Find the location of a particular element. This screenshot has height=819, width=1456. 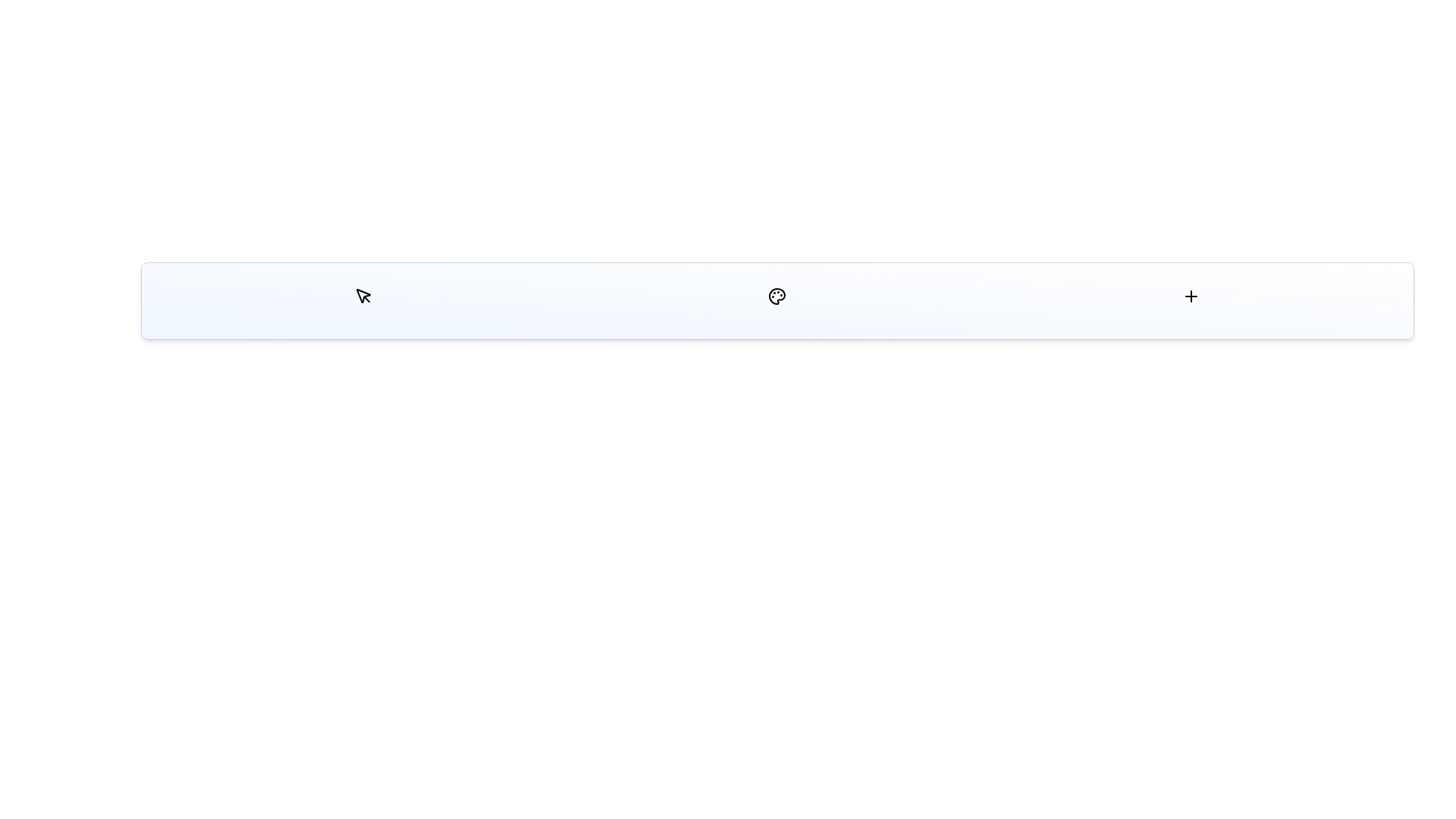

the toggle button with 0 to inspect its tooltip is located at coordinates (362, 296).